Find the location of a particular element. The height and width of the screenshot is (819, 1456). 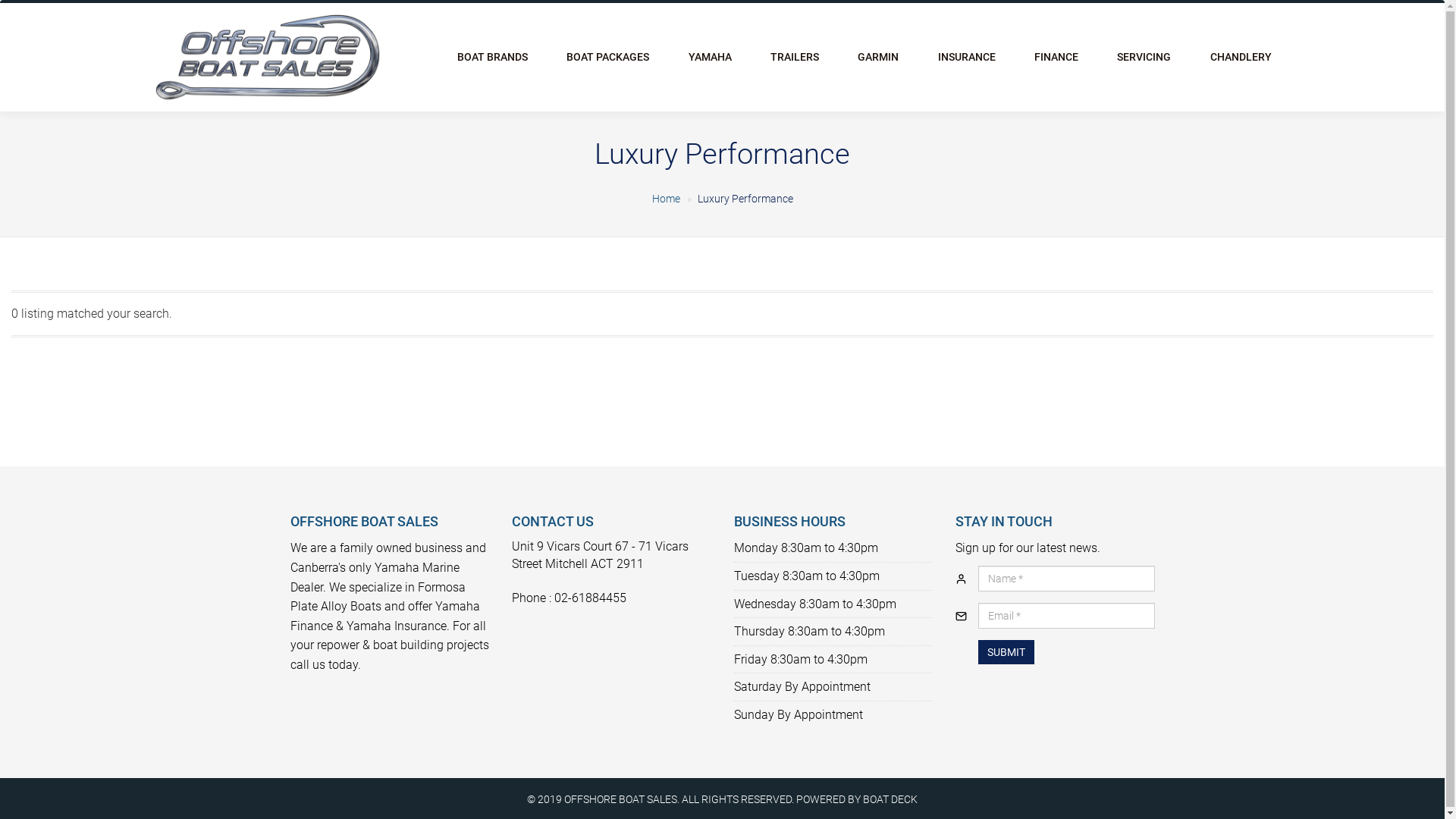

'CHANDLERY' is located at coordinates (1241, 56).